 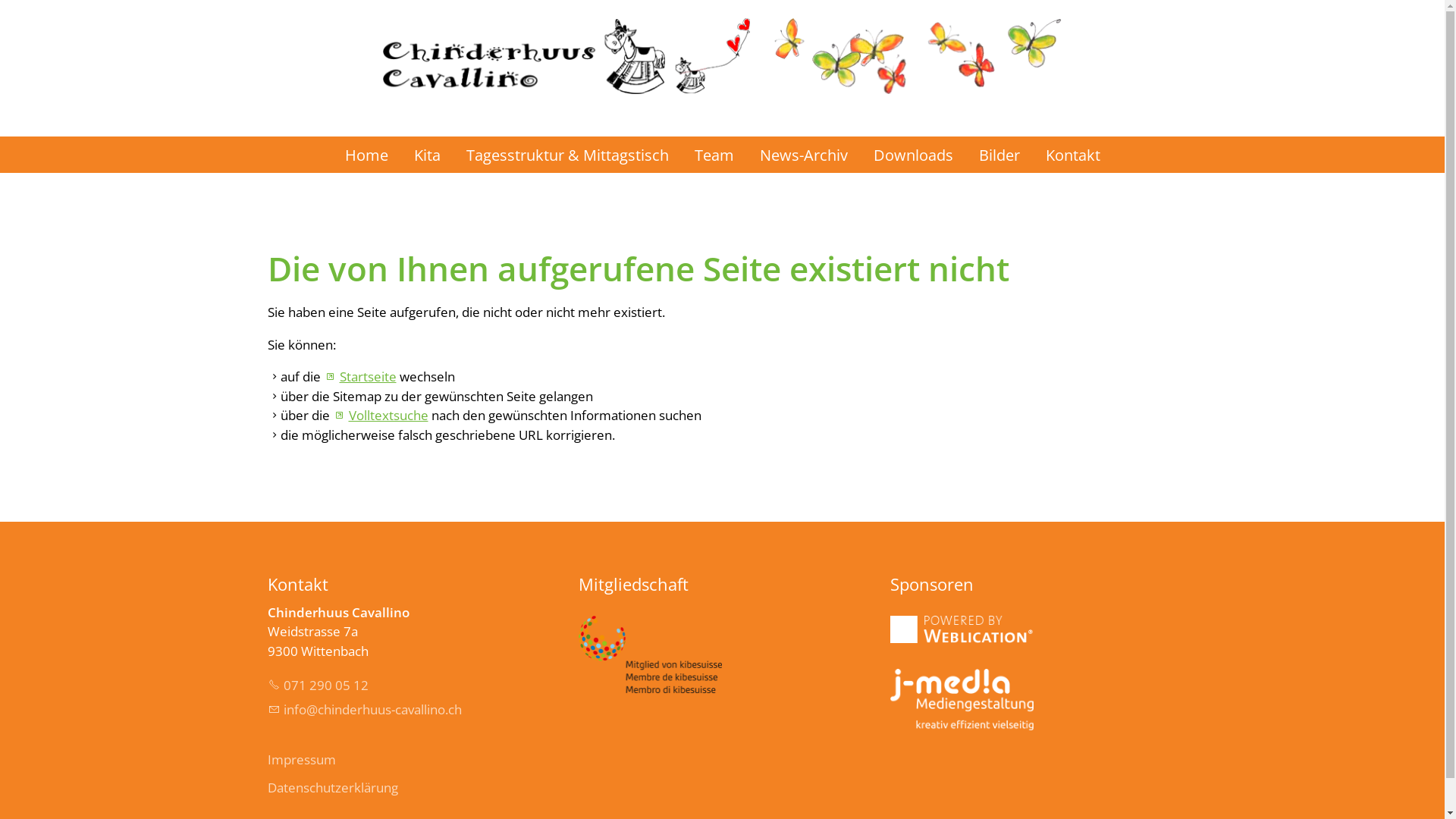 I want to click on 'Bilder', so click(x=999, y=155).